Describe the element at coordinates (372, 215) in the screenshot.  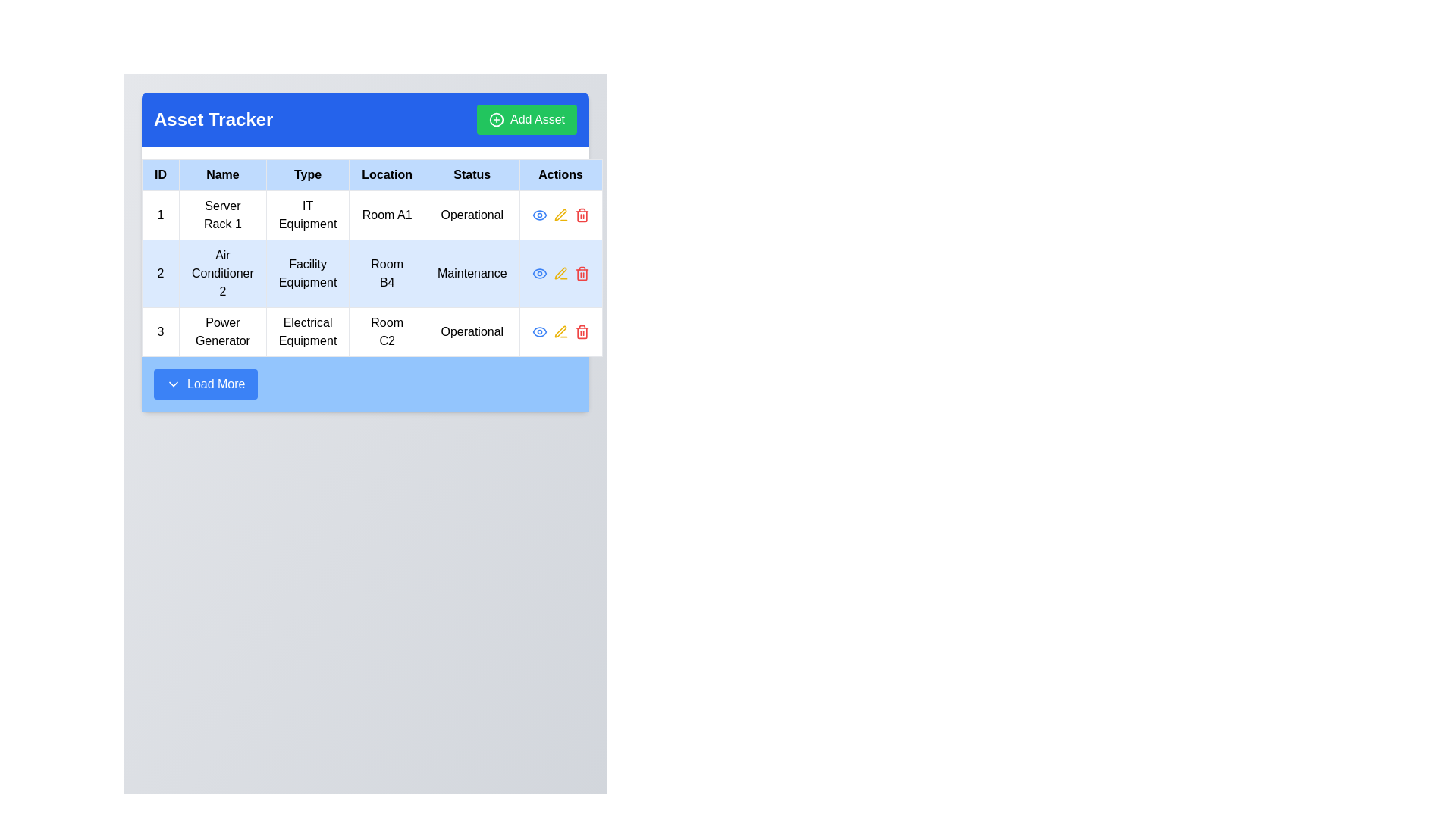
I see `data in the first row of the 'Asset Tracker' table, identifiable by the ID '1' and Name 'Server Rack 1'` at that location.